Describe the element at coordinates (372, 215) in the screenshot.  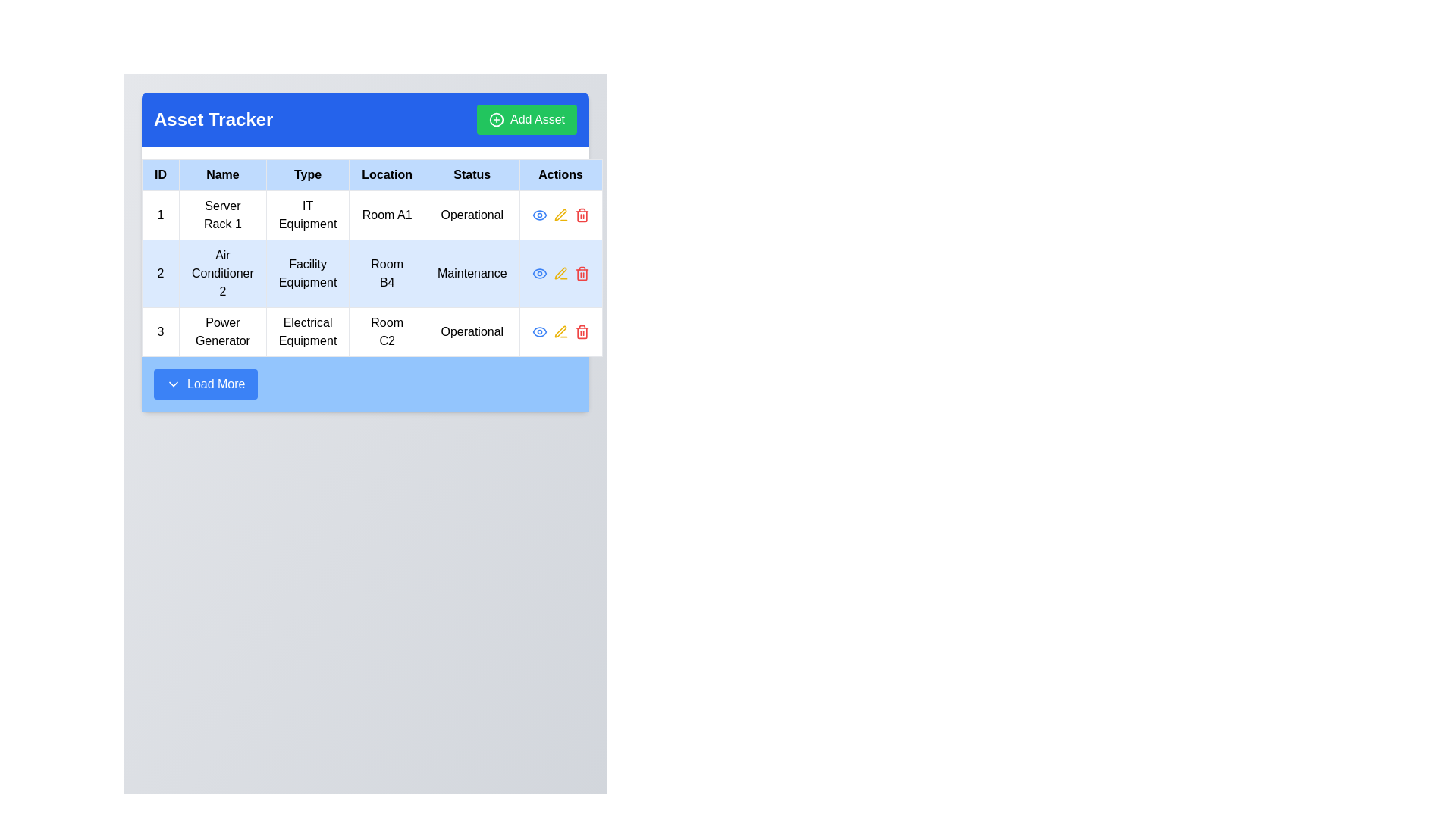
I see `data in the first row of the 'Asset Tracker' table, identifiable by the ID '1' and Name 'Server Rack 1'` at that location.